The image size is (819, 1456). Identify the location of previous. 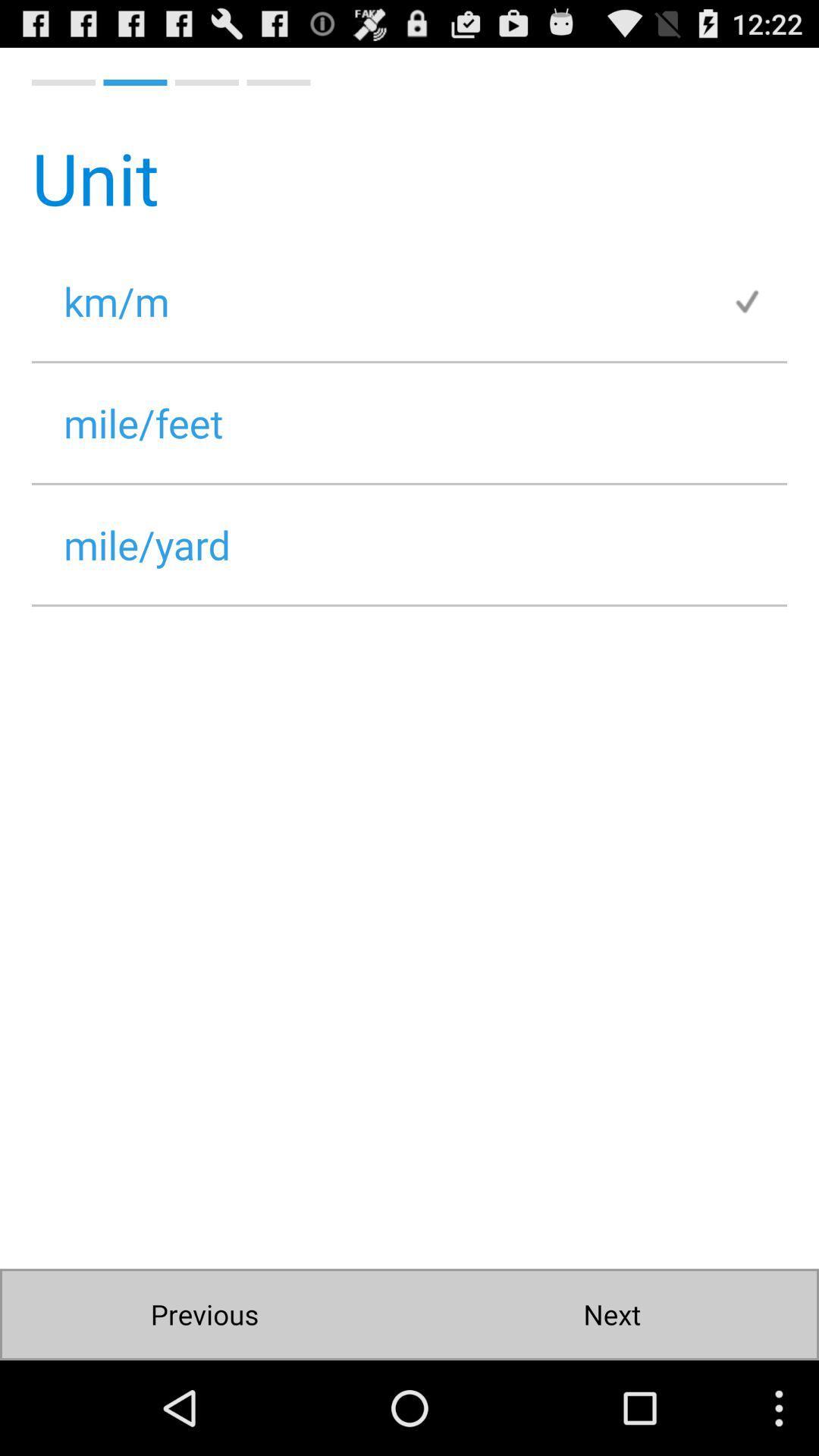
(205, 1313).